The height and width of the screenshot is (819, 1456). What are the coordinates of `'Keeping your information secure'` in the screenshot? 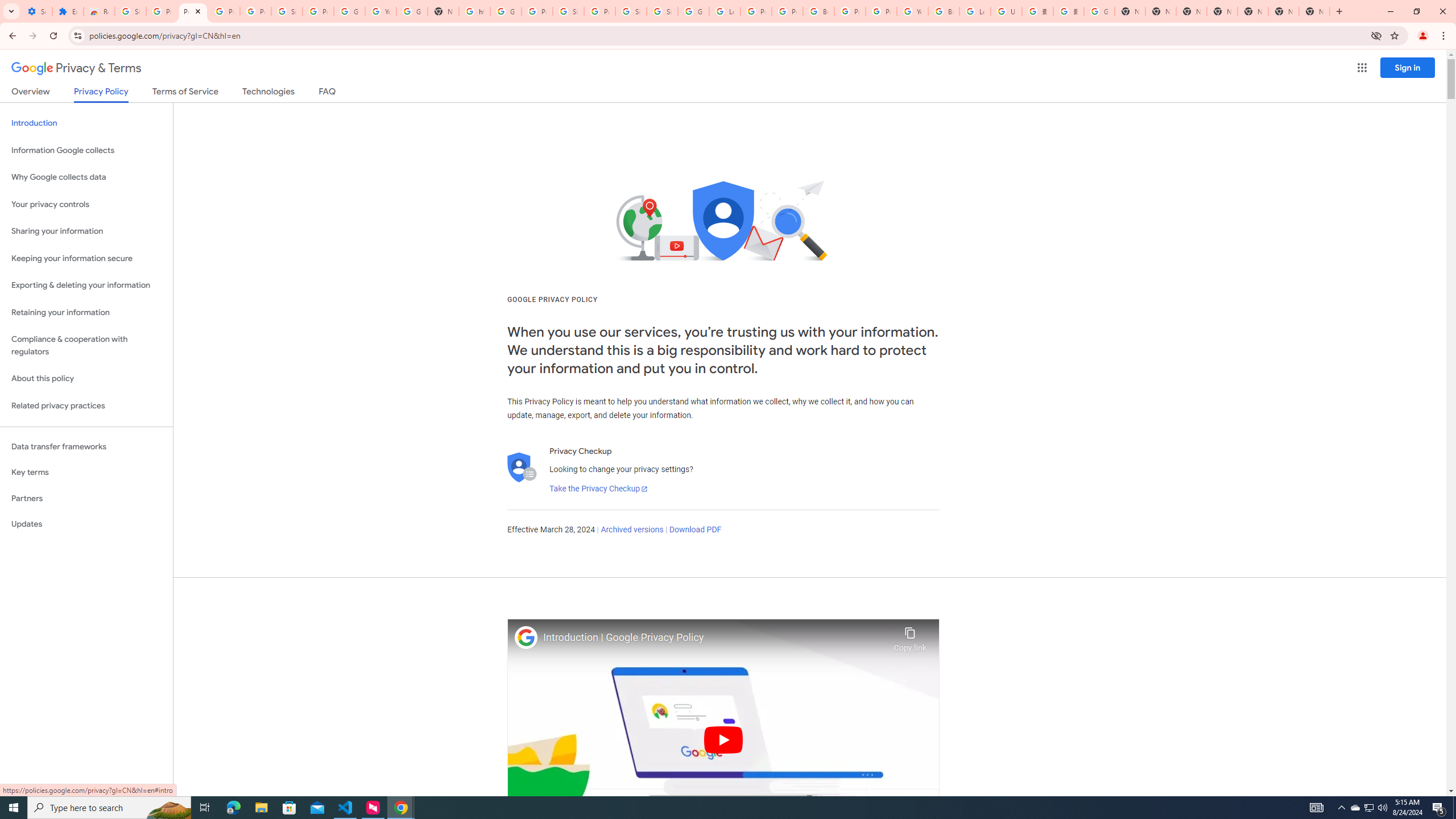 It's located at (86, 259).